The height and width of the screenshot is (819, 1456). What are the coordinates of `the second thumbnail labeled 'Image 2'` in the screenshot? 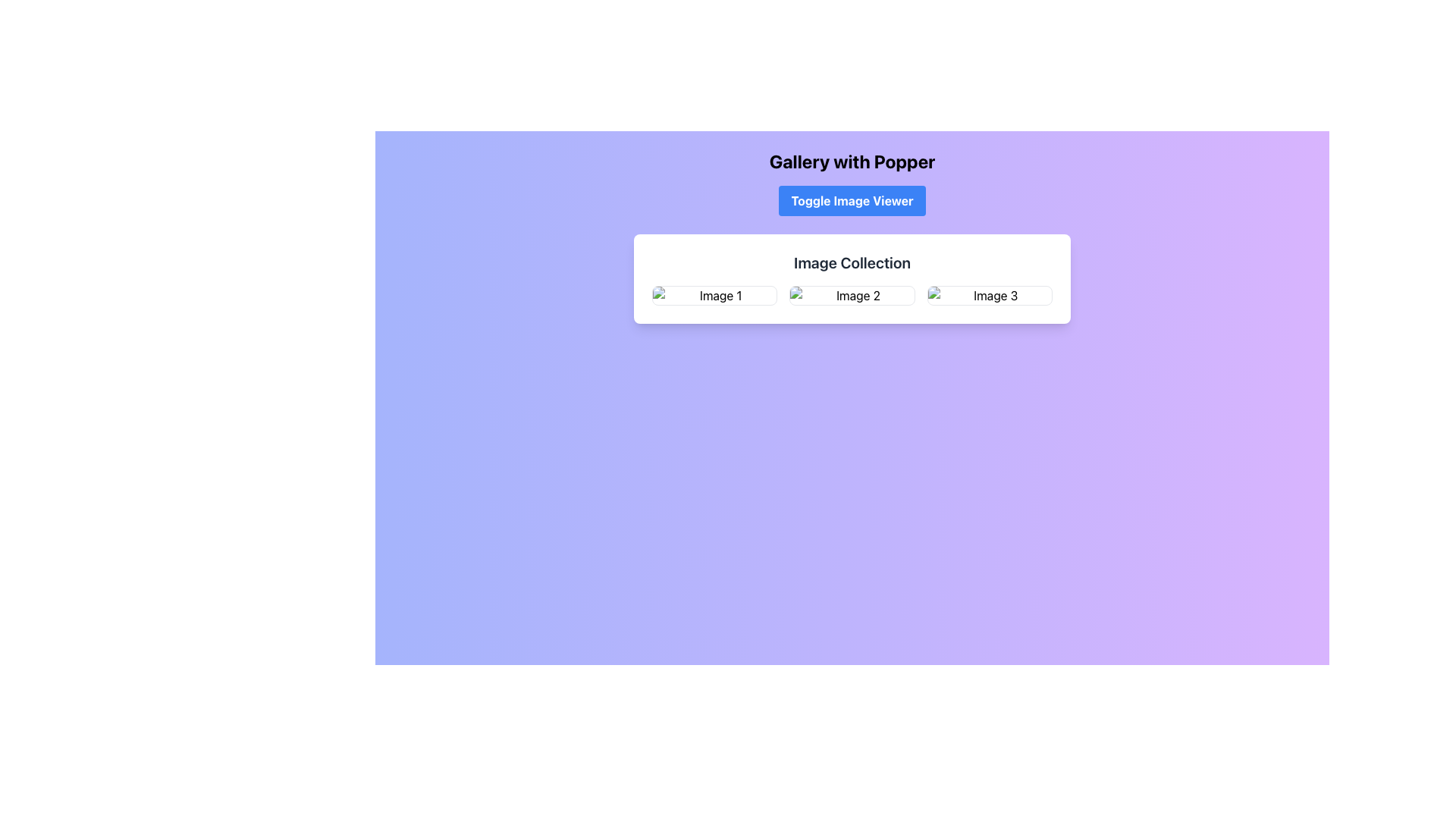 It's located at (852, 295).